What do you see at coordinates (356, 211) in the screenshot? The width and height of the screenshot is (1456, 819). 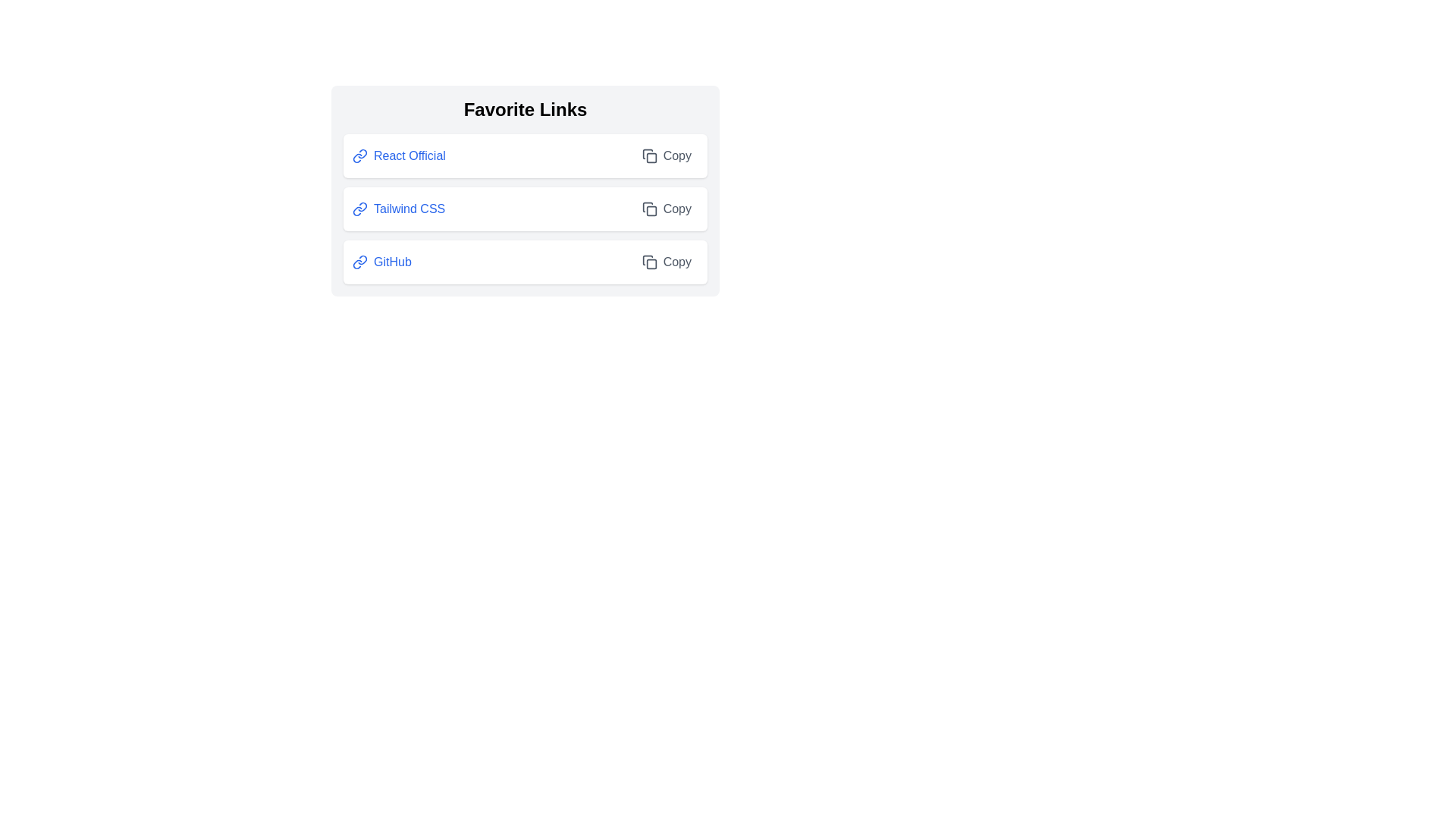 I see `bottom-left curved line of the SVG chain link icon for 'Tailwind CSS' in the 'Favorite Links' section` at bounding box center [356, 211].